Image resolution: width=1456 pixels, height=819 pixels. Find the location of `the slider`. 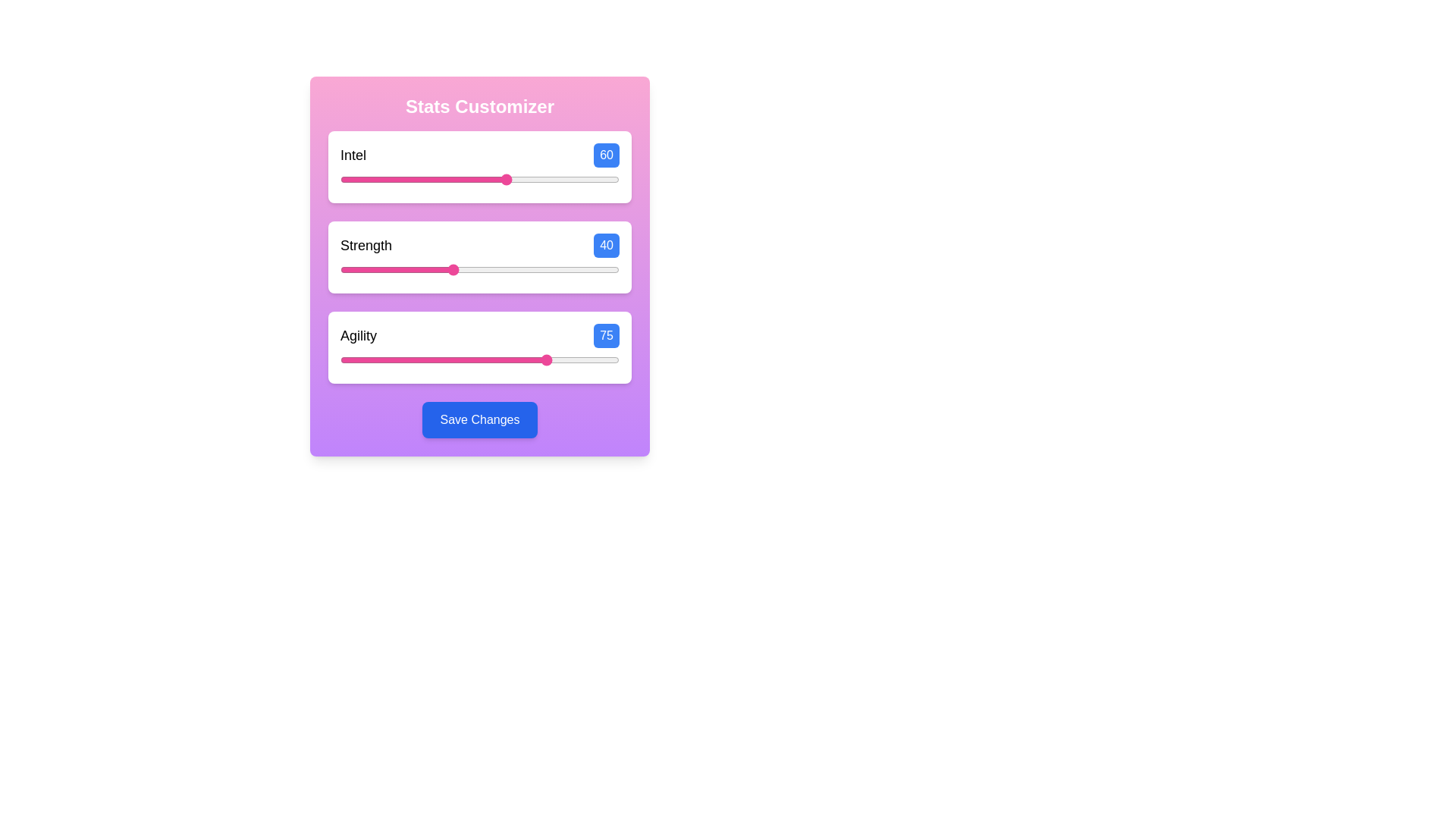

the slider is located at coordinates (340, 178).